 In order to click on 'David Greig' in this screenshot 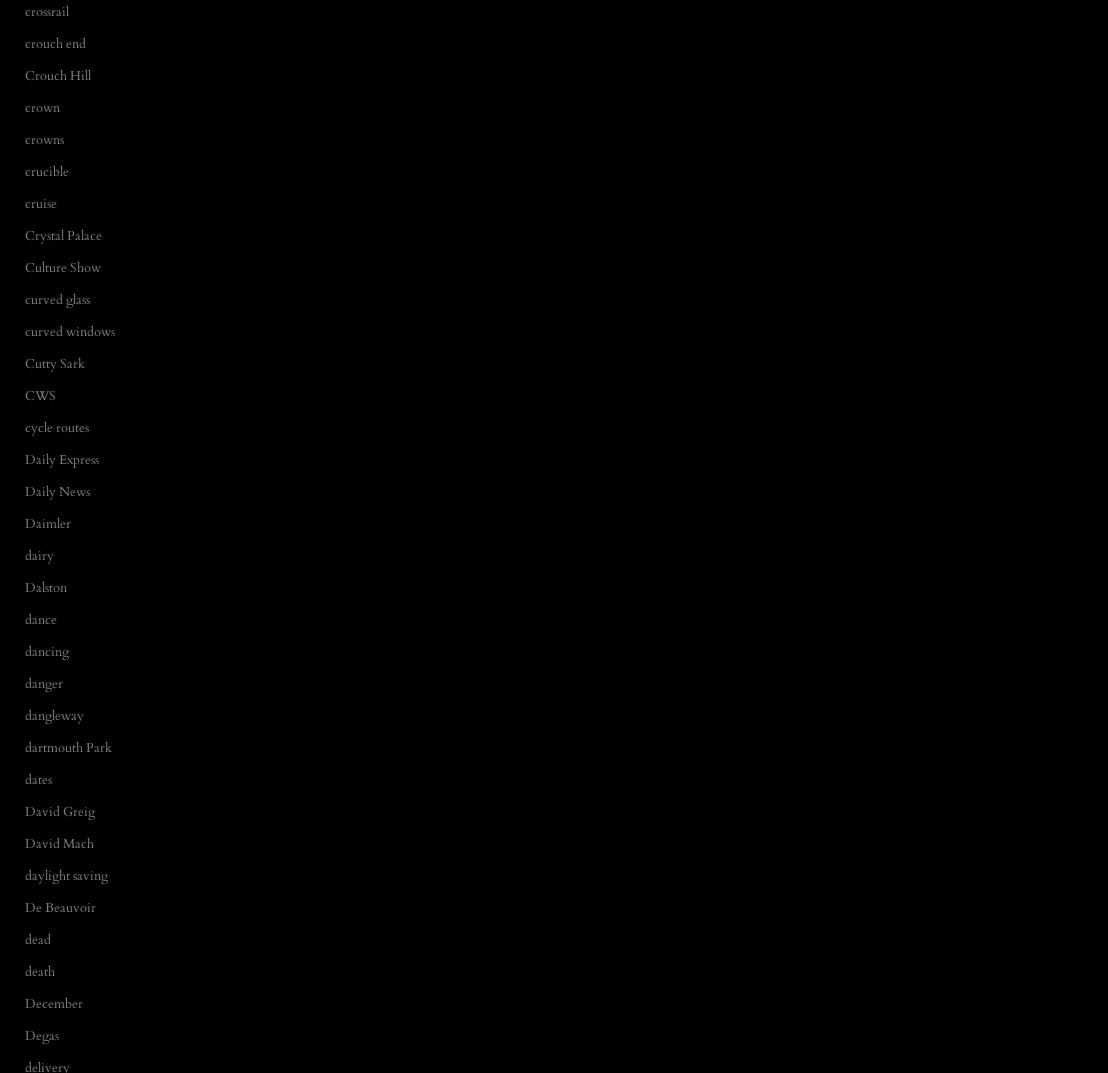, I will do `click(59, 810)`.